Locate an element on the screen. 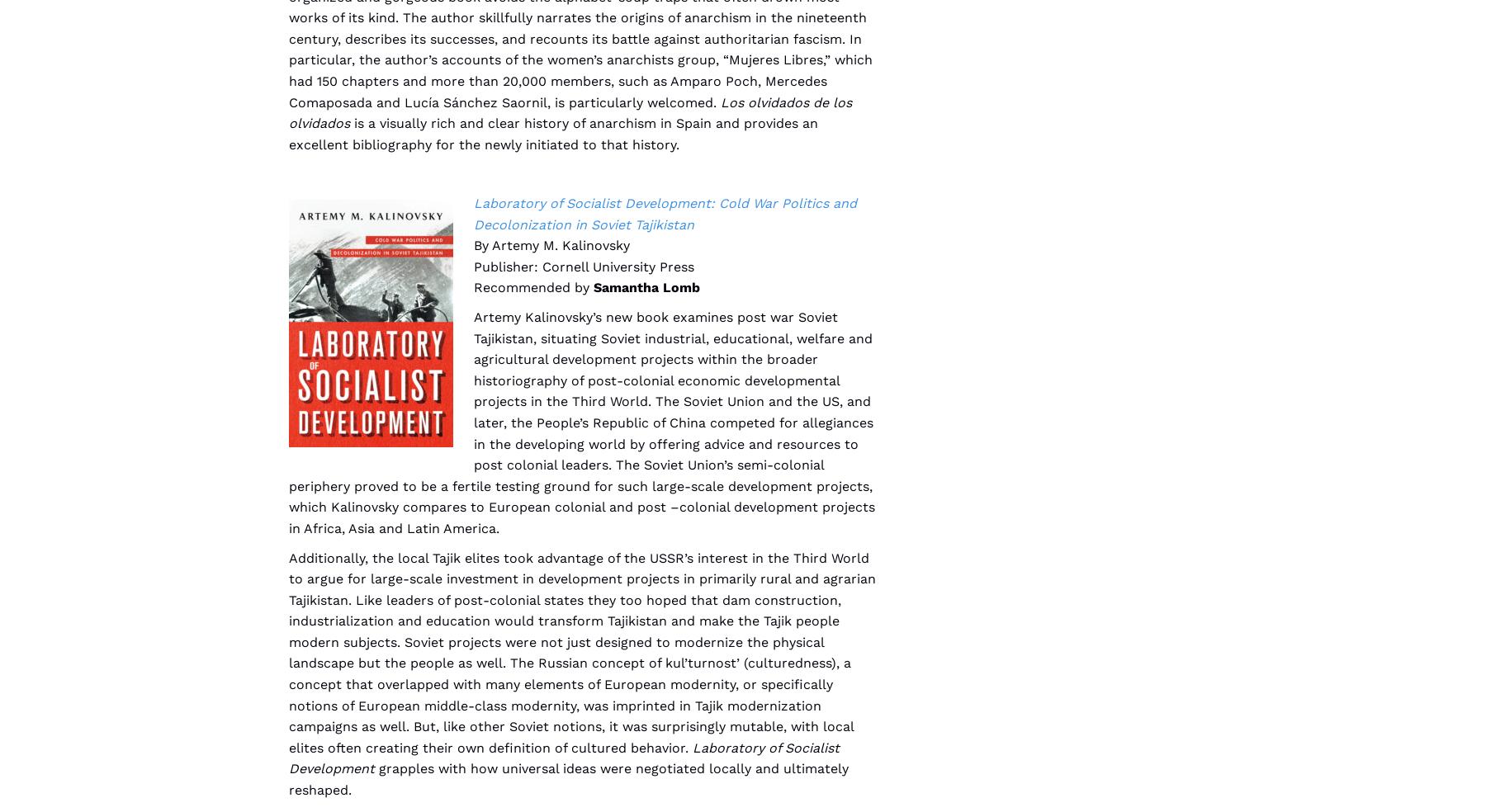  'is a visually rich and clear history of anarchism in Spain and provides an excellent bibliography for the newly initiated to that history.' is located at coordinates (553, 133).